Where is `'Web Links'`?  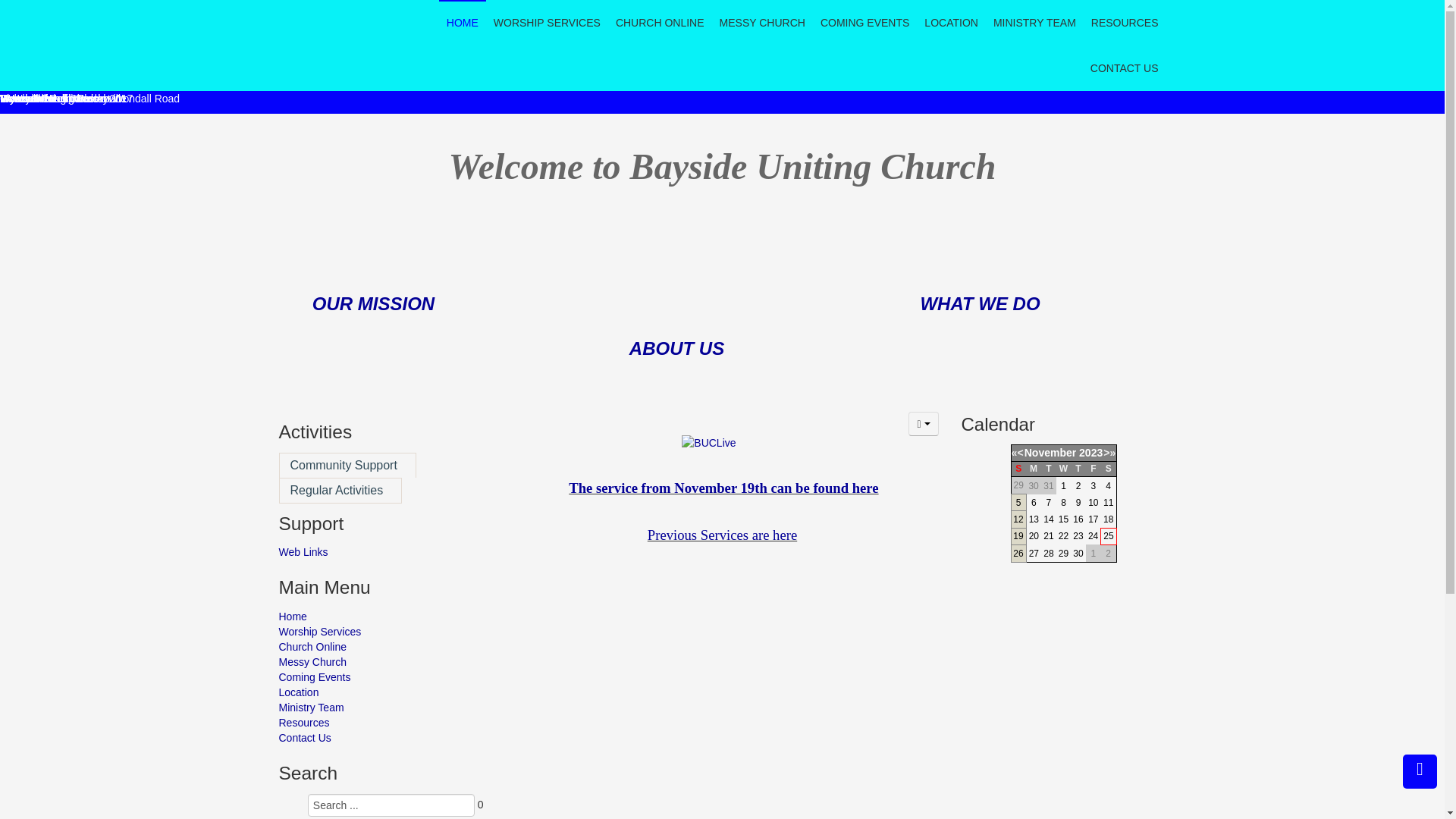
'Web Links' is located at coordinates (279, 552).